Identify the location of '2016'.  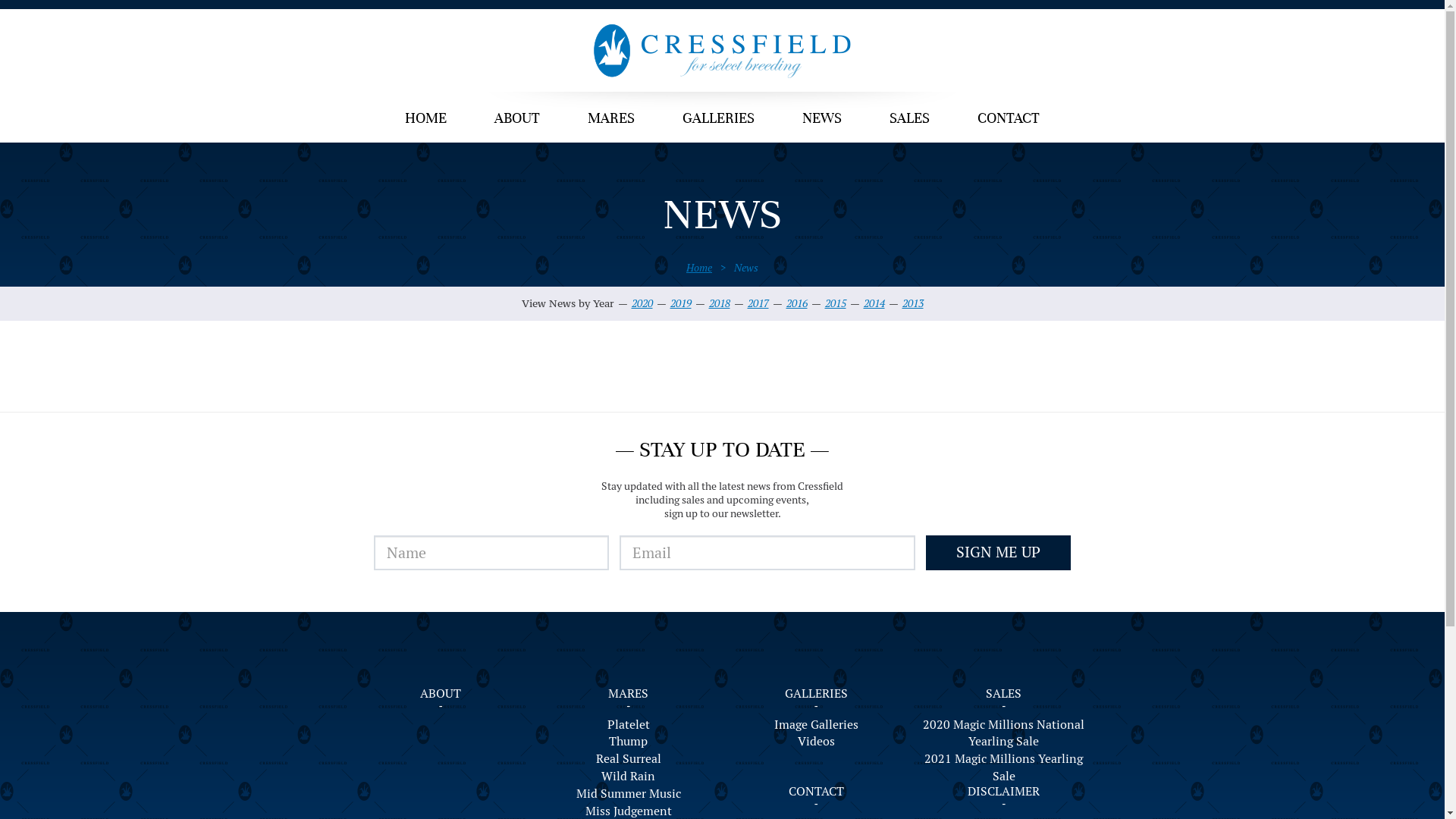
(795, 303).